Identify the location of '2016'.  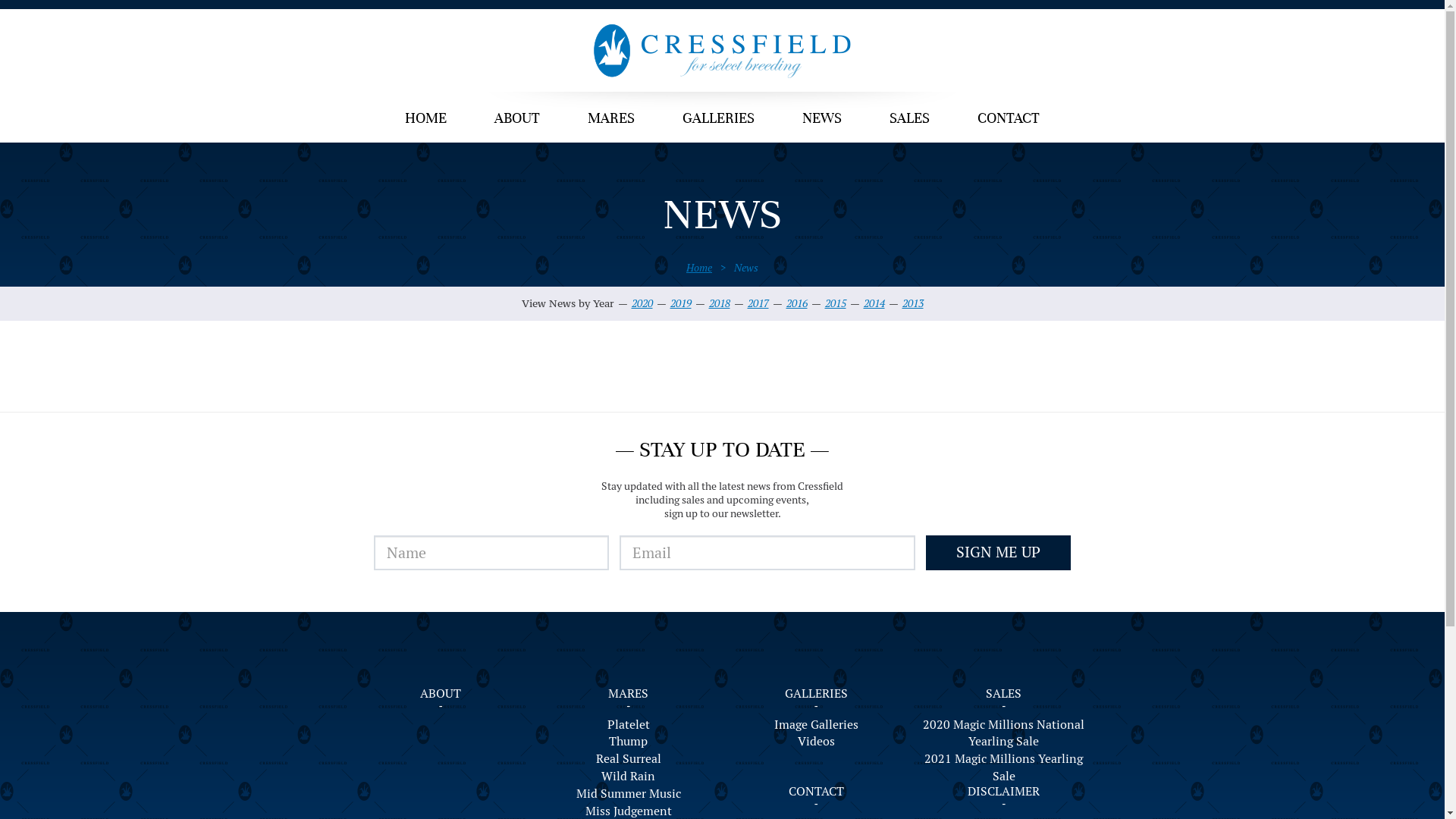
(795, 303).